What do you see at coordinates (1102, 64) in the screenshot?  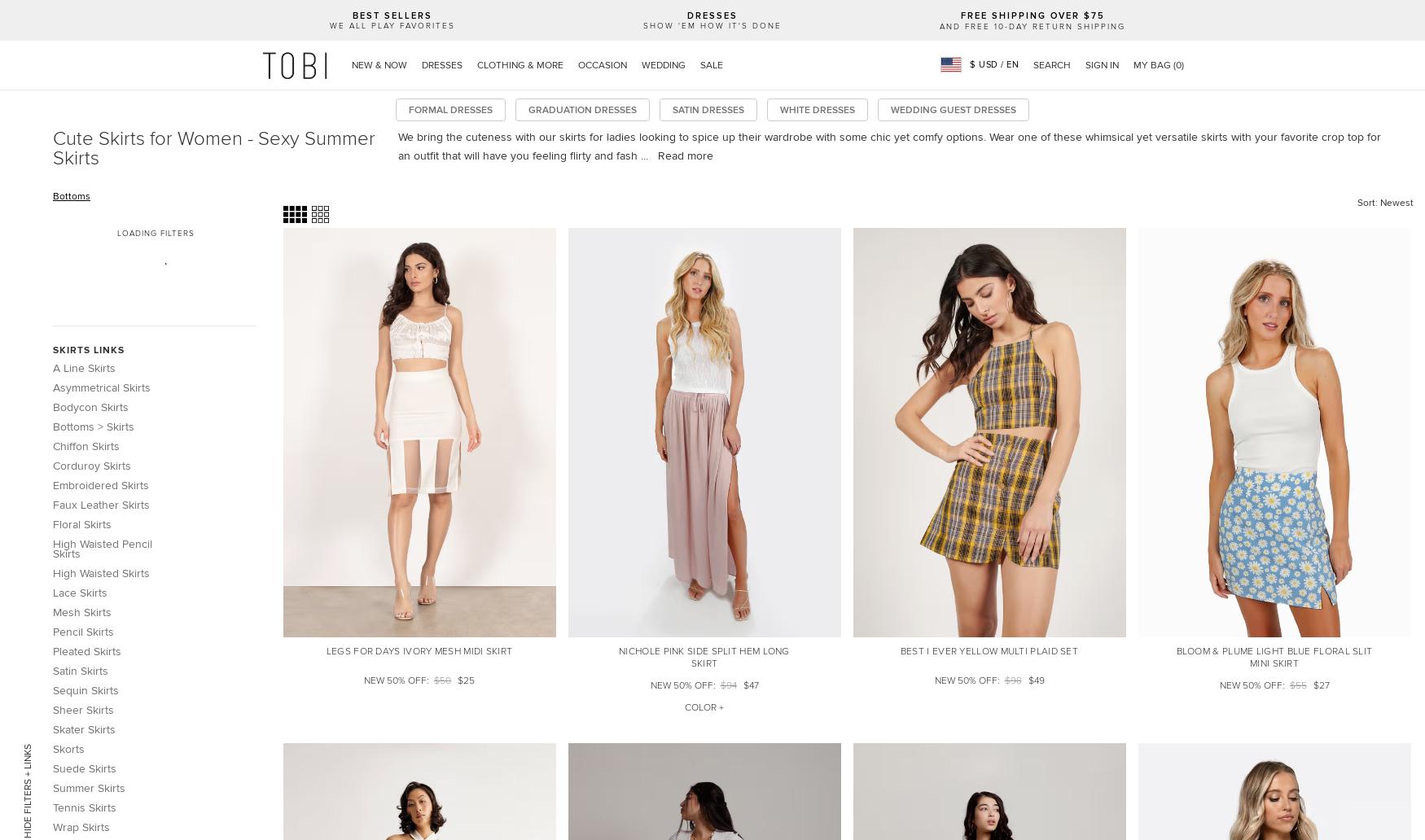 I see `'Sign In'` at bounding box center [1102, 64].